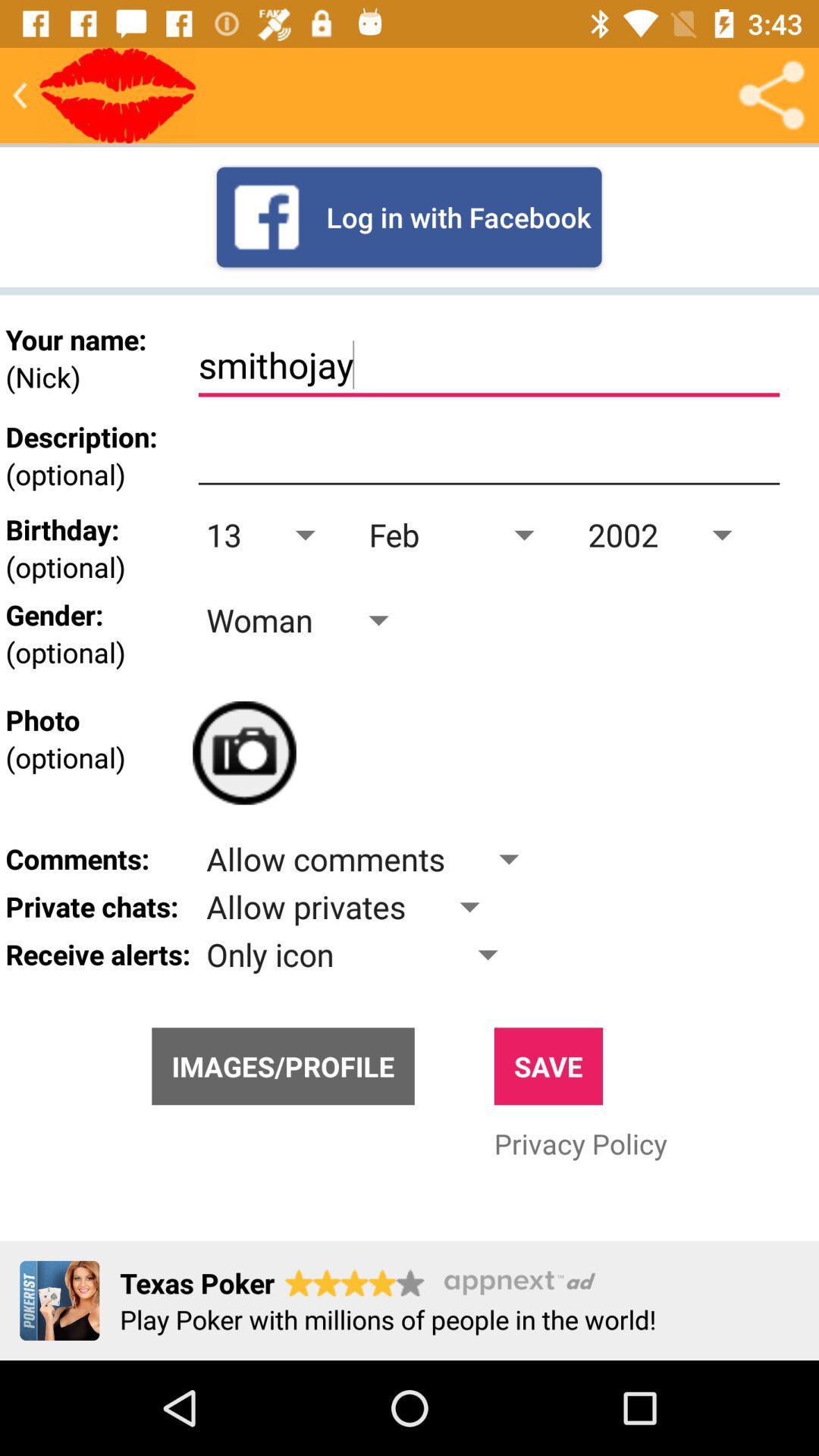 The height and width of the screenshot is (1456, 819). Describe the element at coordinates (771, 94) in the screenshot. I see `share the profile` at that location.